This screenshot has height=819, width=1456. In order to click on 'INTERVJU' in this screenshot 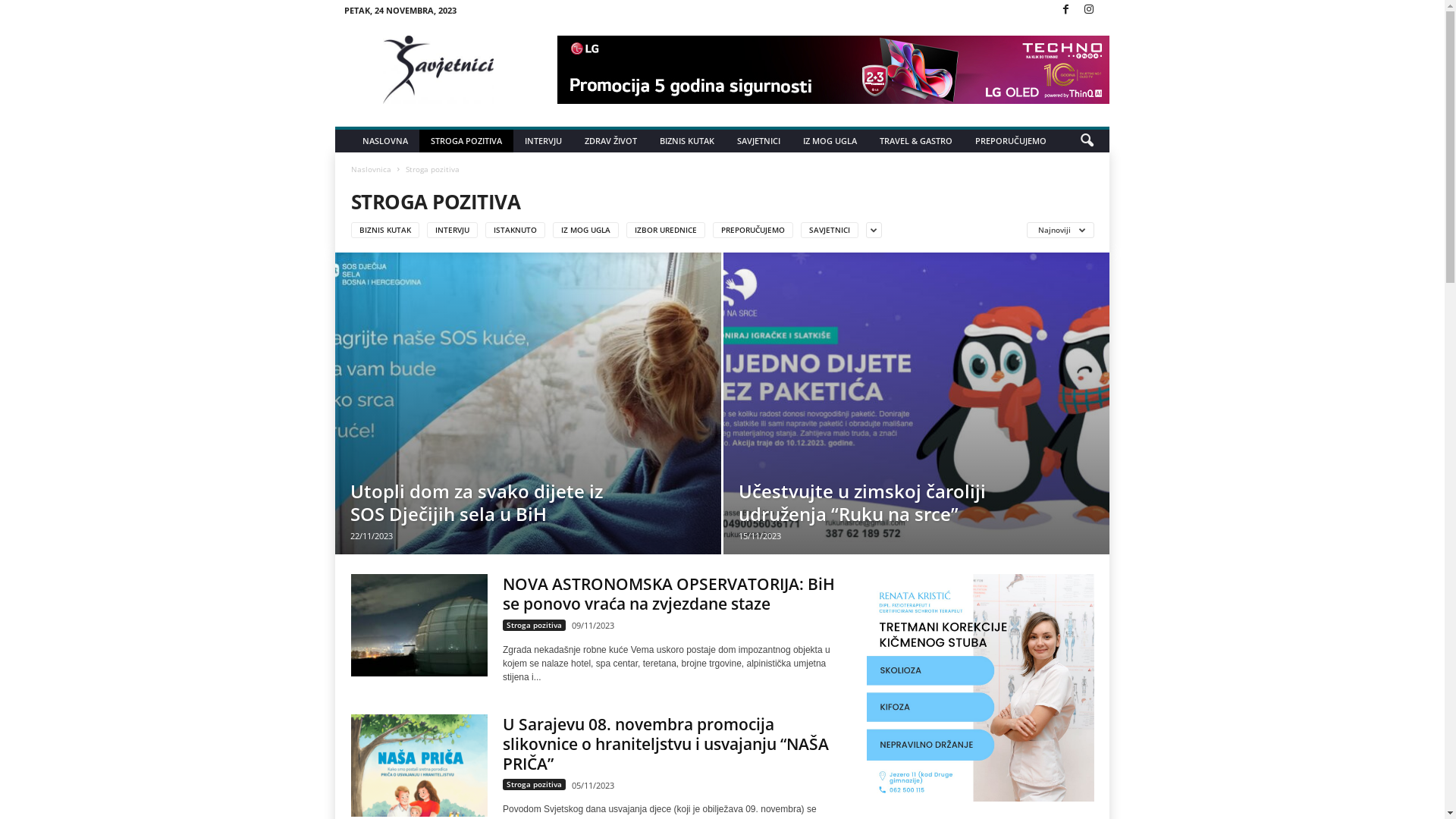, I will do `click(543, 140)`.